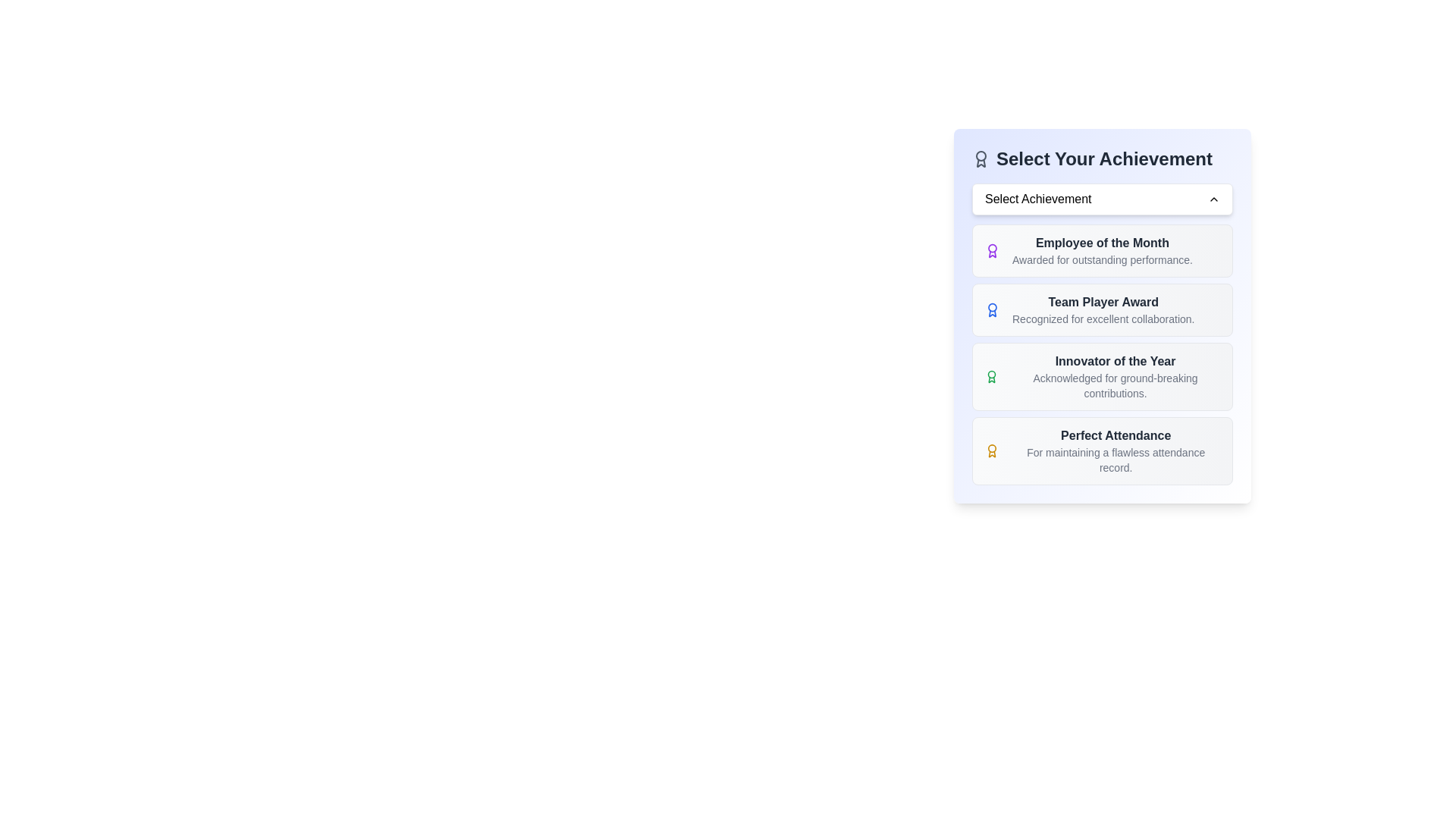 The width and height of the screenshot is (1456, 819). I want to click on the 'Employee of the Month' text display, which features bold, large text and is the first item in the list under 'Select Your Achievement', so click(1103, 250).